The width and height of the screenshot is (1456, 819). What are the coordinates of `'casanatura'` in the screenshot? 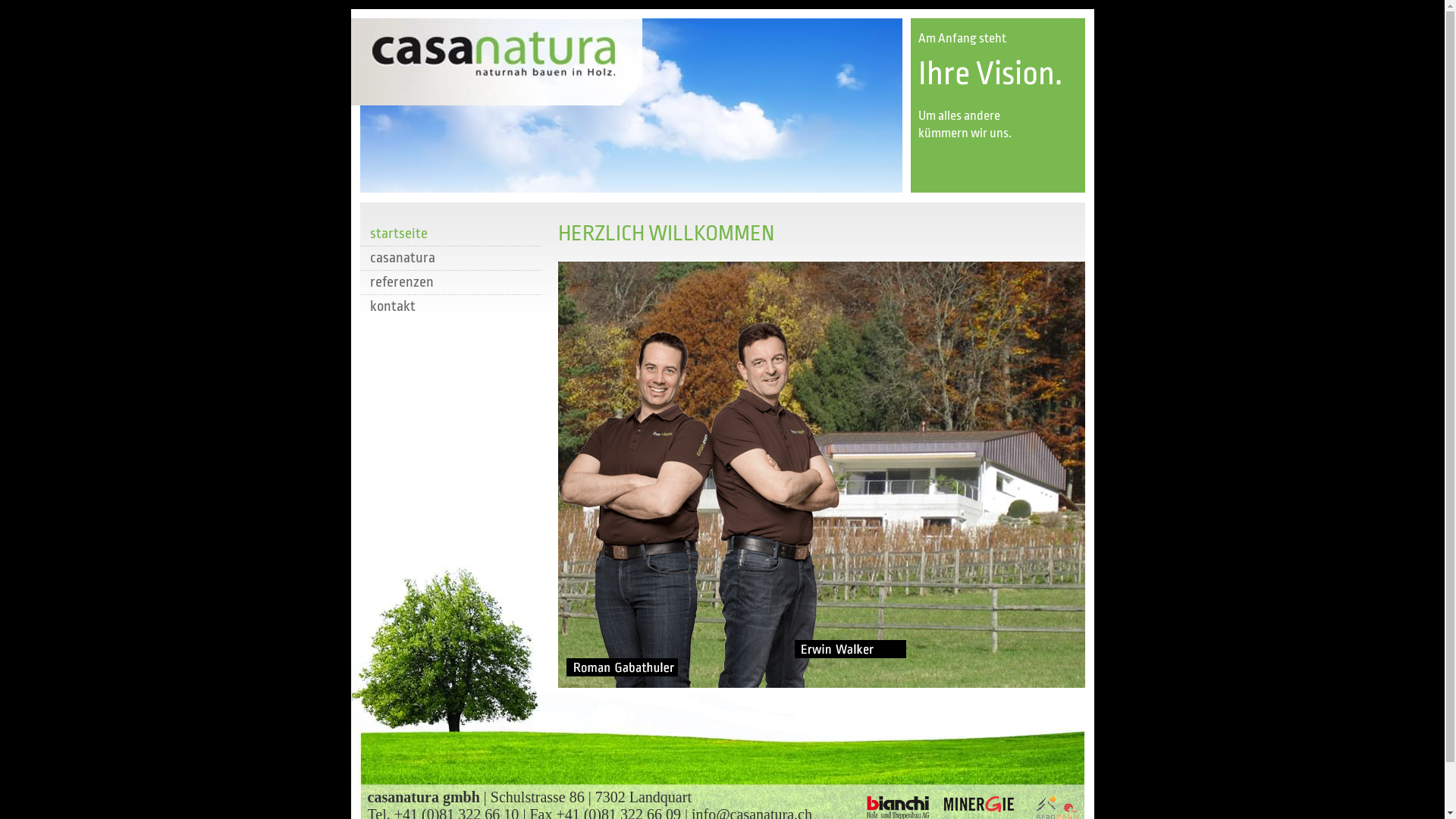 It's located at (359, 256).